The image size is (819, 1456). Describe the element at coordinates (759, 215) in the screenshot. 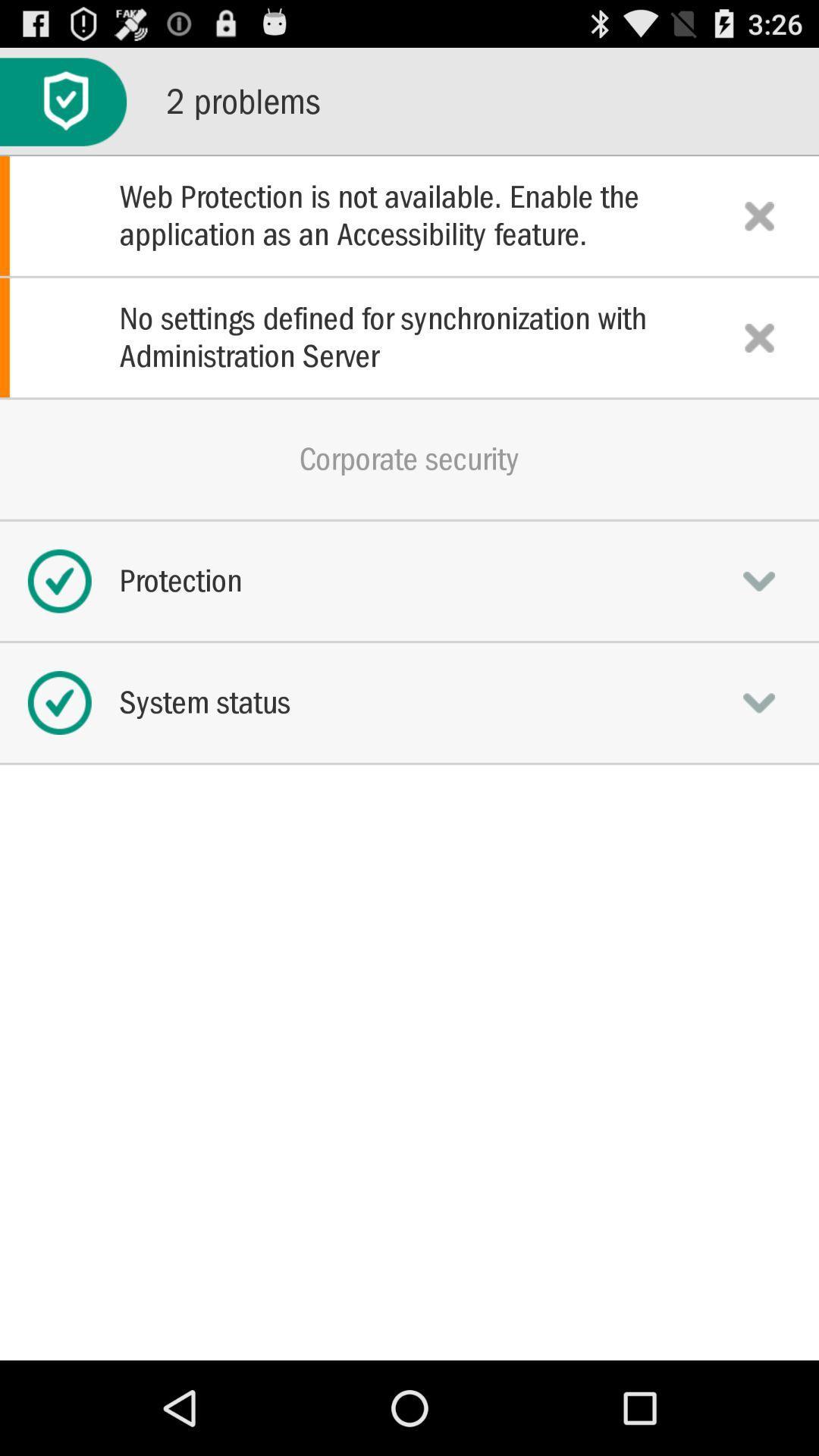

I see `enables the accessibility function` at that location.